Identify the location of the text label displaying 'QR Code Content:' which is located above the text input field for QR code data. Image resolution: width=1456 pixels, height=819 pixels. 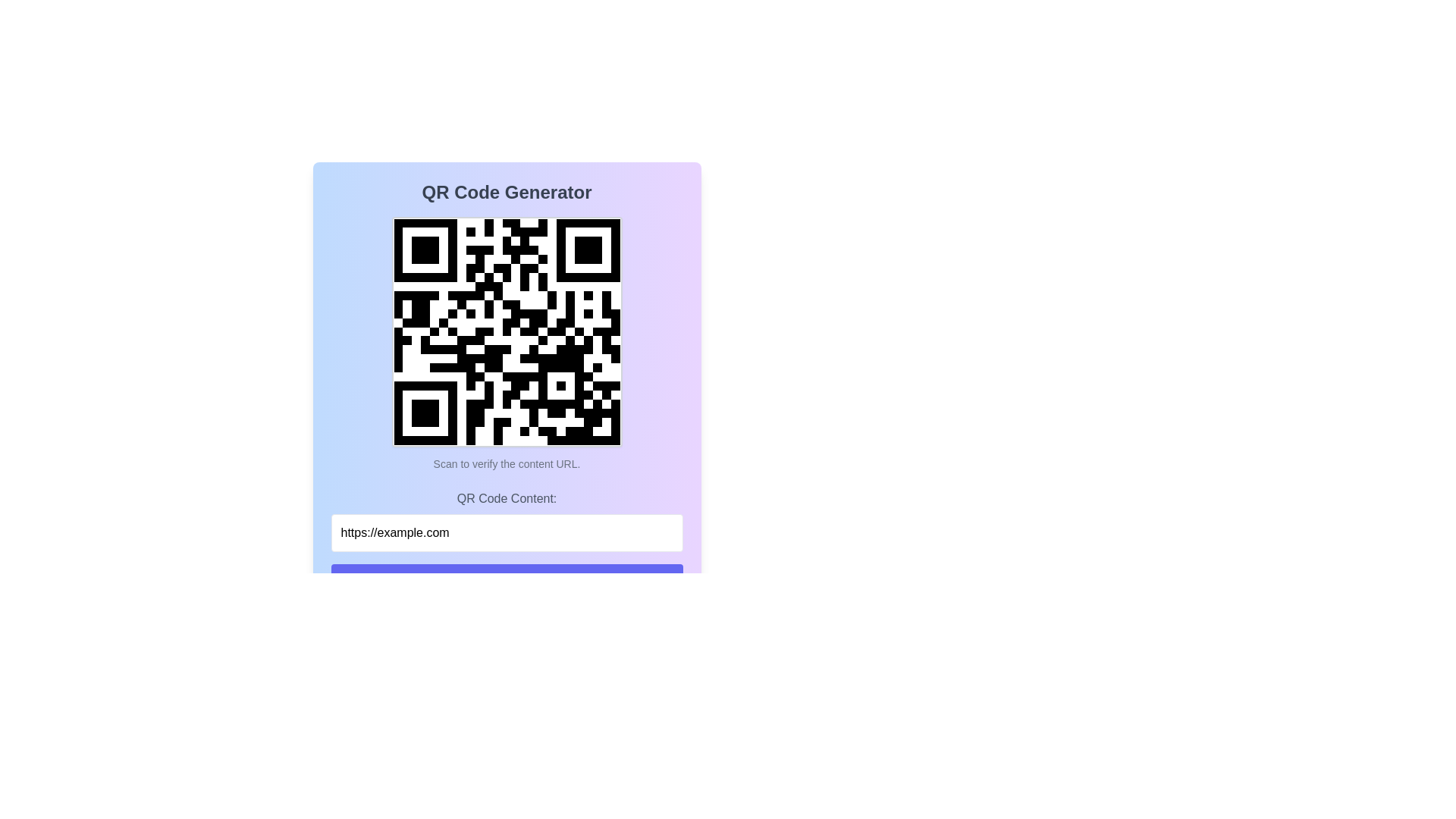
(507, 499).